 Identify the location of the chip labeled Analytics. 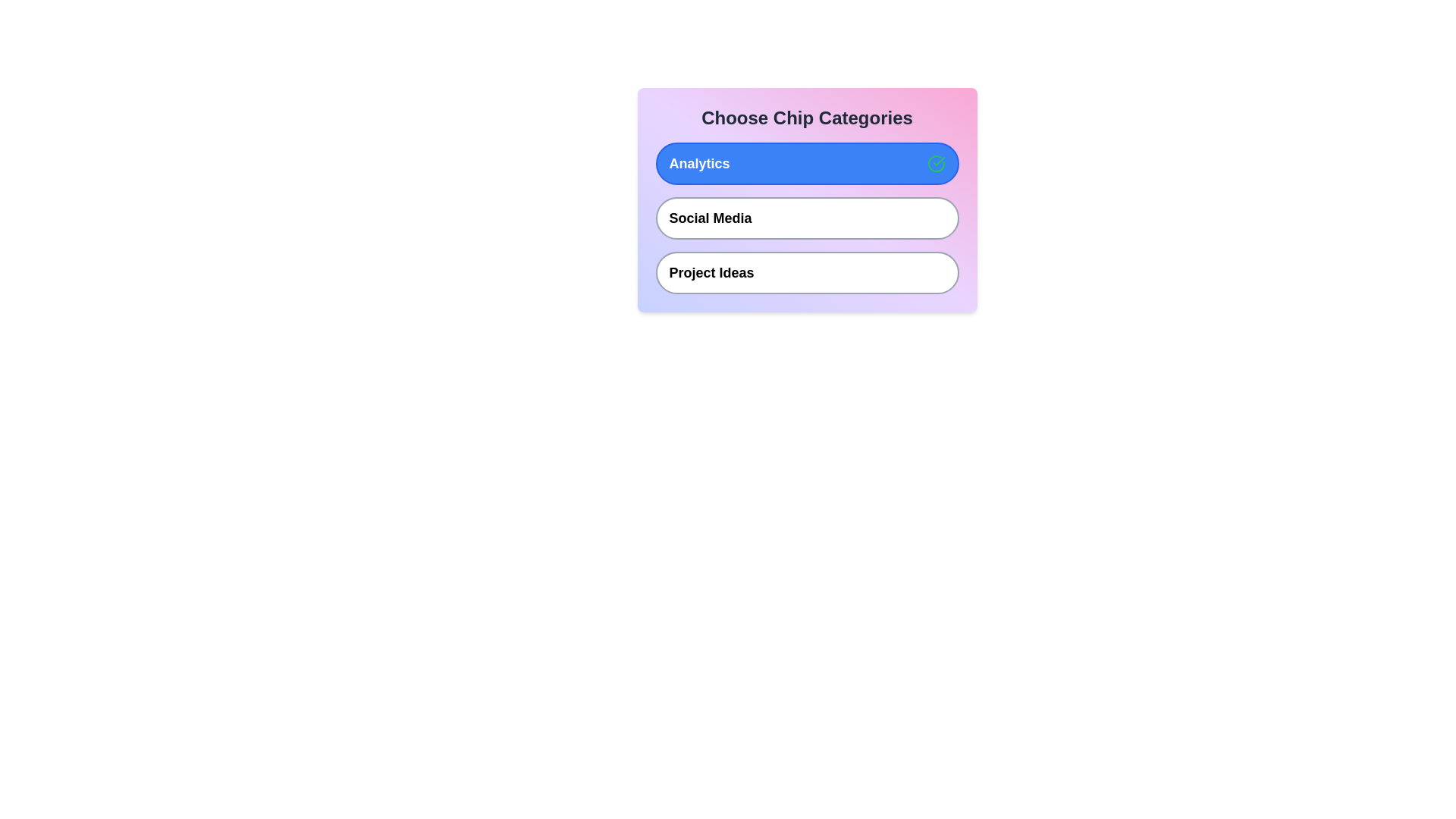
(806, 164).